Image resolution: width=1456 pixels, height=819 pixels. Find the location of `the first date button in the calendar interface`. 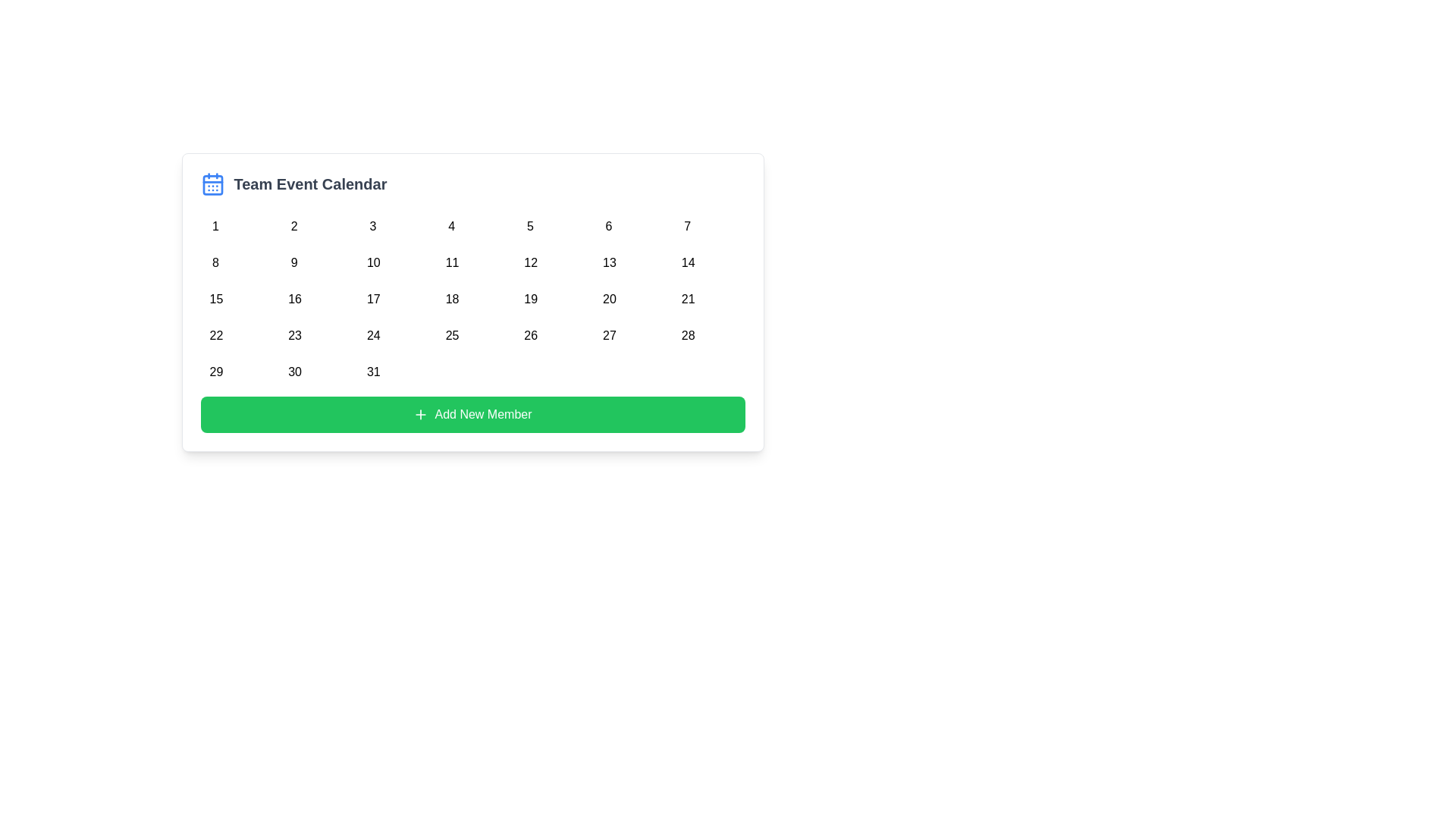

the first date button in the calendar interface is located at coordinates (215, 223).